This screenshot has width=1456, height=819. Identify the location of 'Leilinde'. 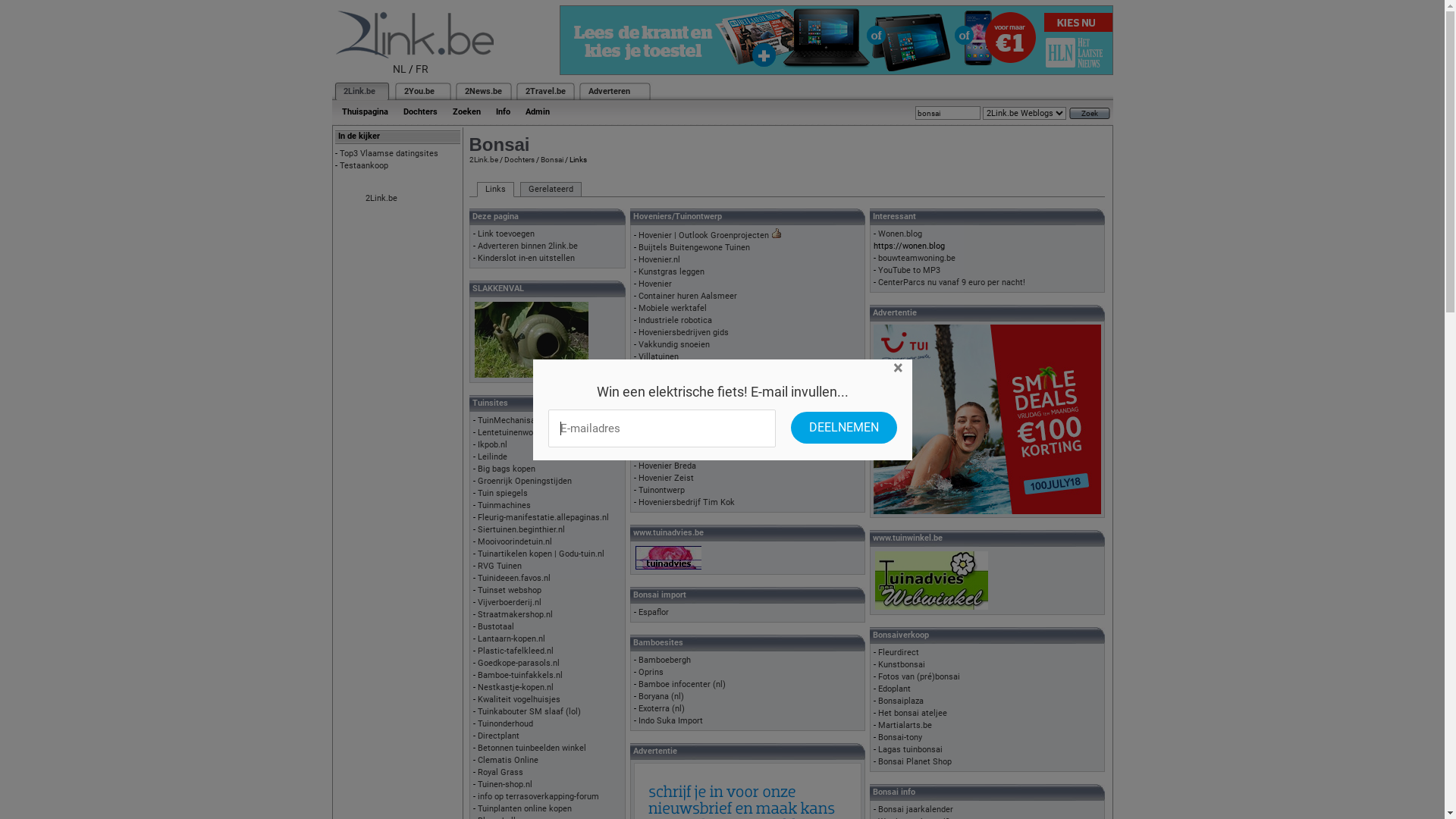
(492, 456).